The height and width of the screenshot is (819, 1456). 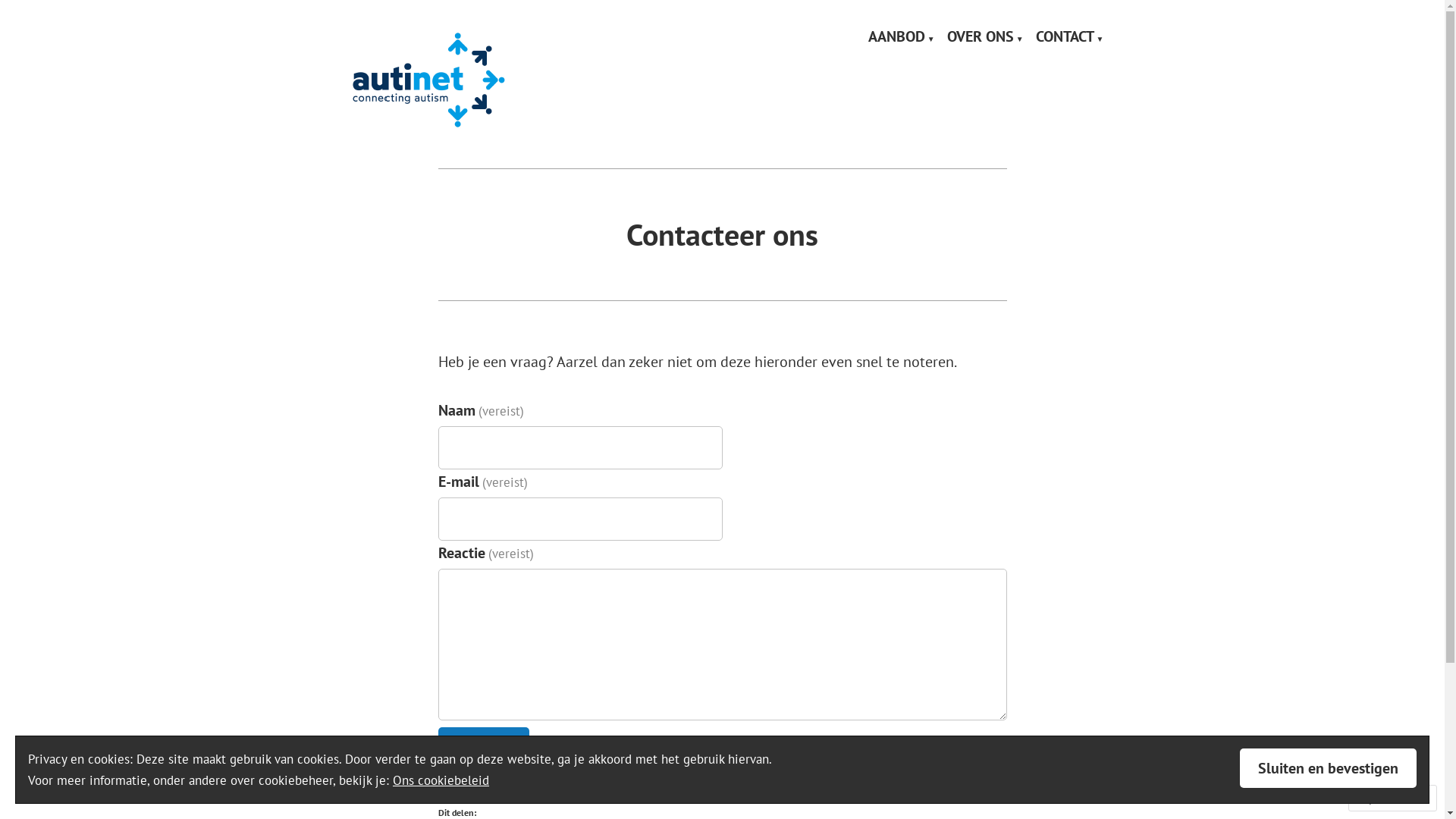 I want to click on 'CONTACT', so click(x=1069, y=36).